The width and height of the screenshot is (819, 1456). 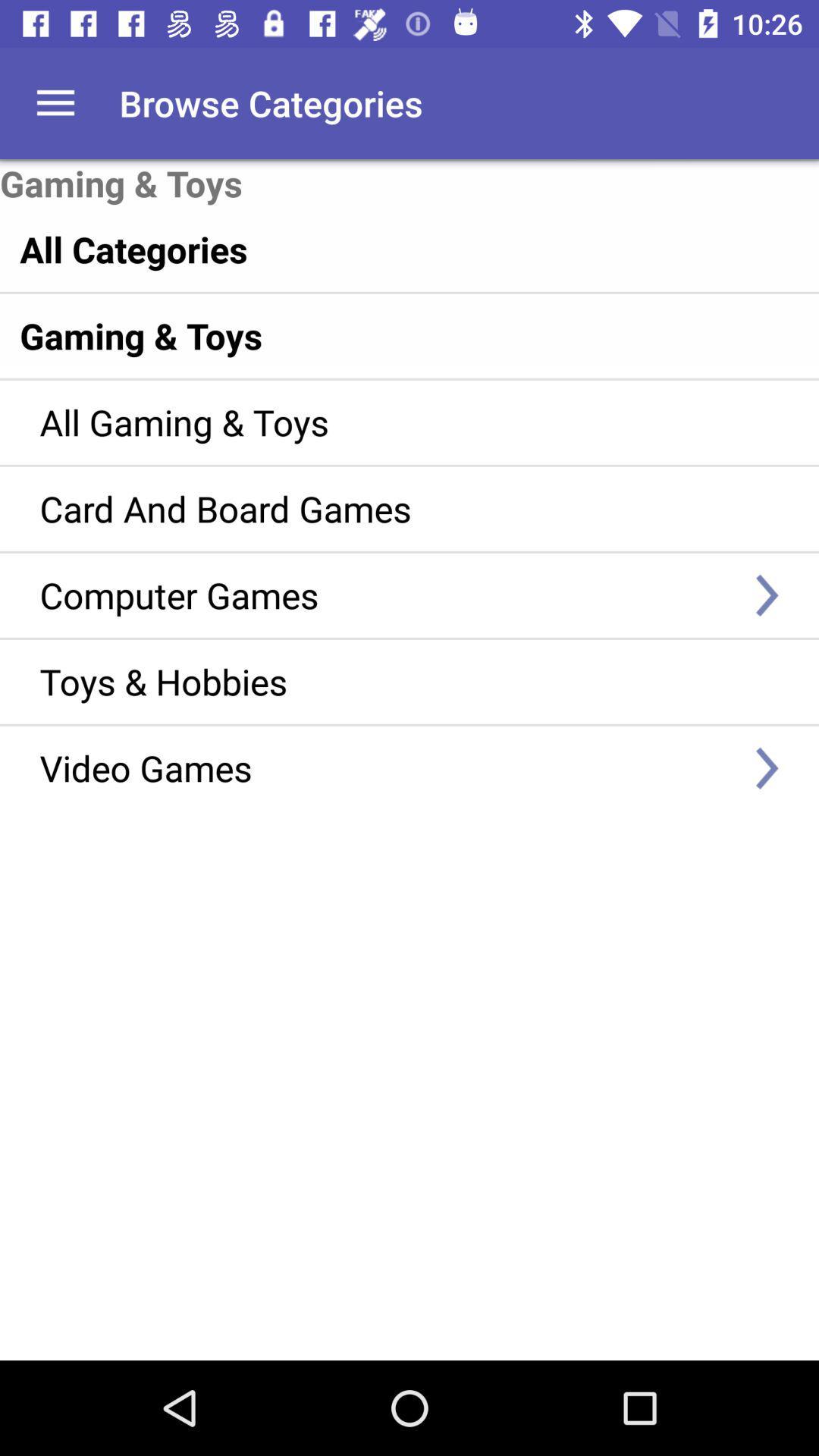 I want to click on the computer games item, so click(x=387, y=594).